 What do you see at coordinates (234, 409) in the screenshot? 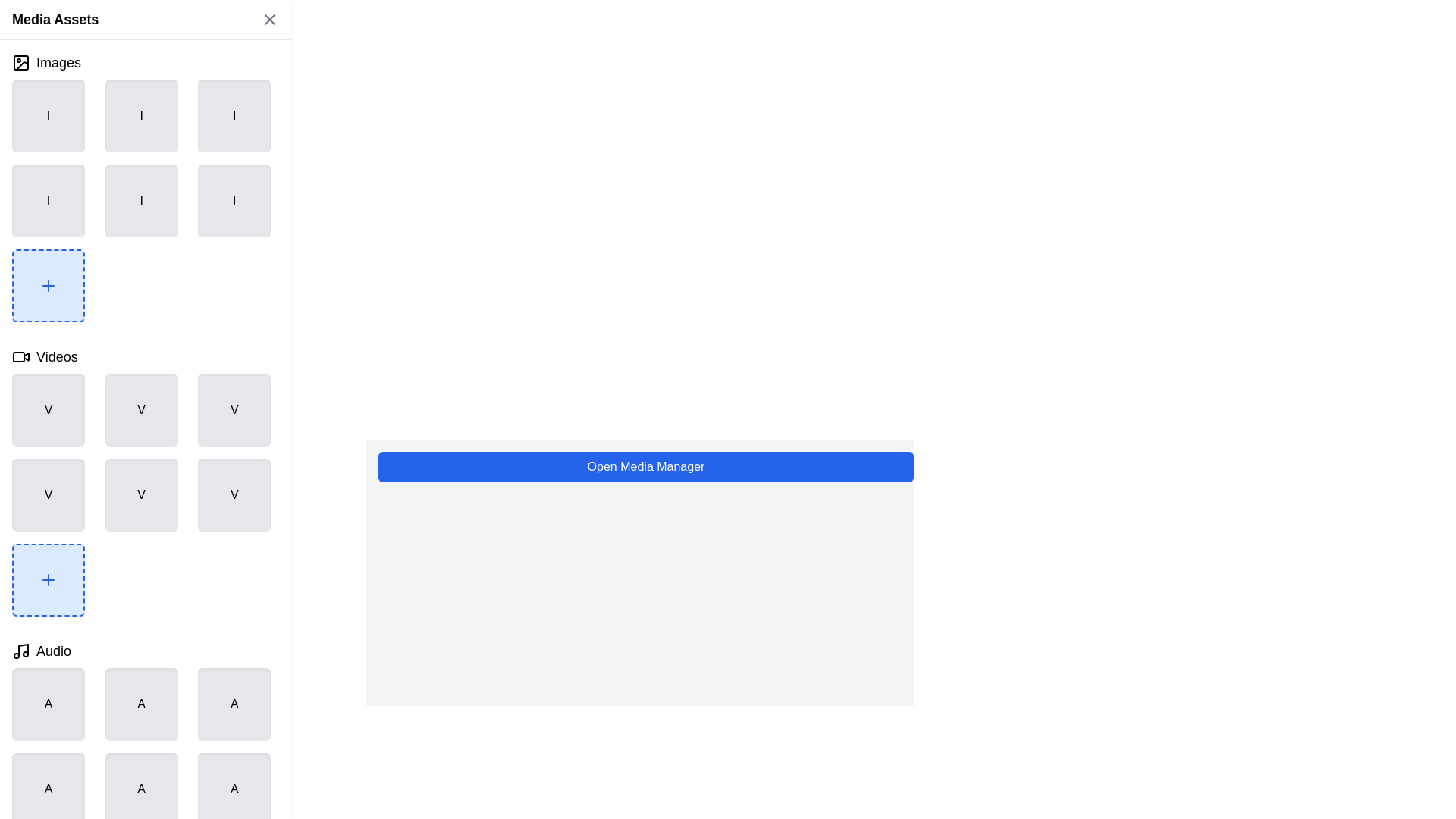
I see `the square button with a soft gray background containing the letter 'V' in black bold text, located in the top-right corner of the grid's first row under the 'Videos' section` at bounding box center [234, 409].